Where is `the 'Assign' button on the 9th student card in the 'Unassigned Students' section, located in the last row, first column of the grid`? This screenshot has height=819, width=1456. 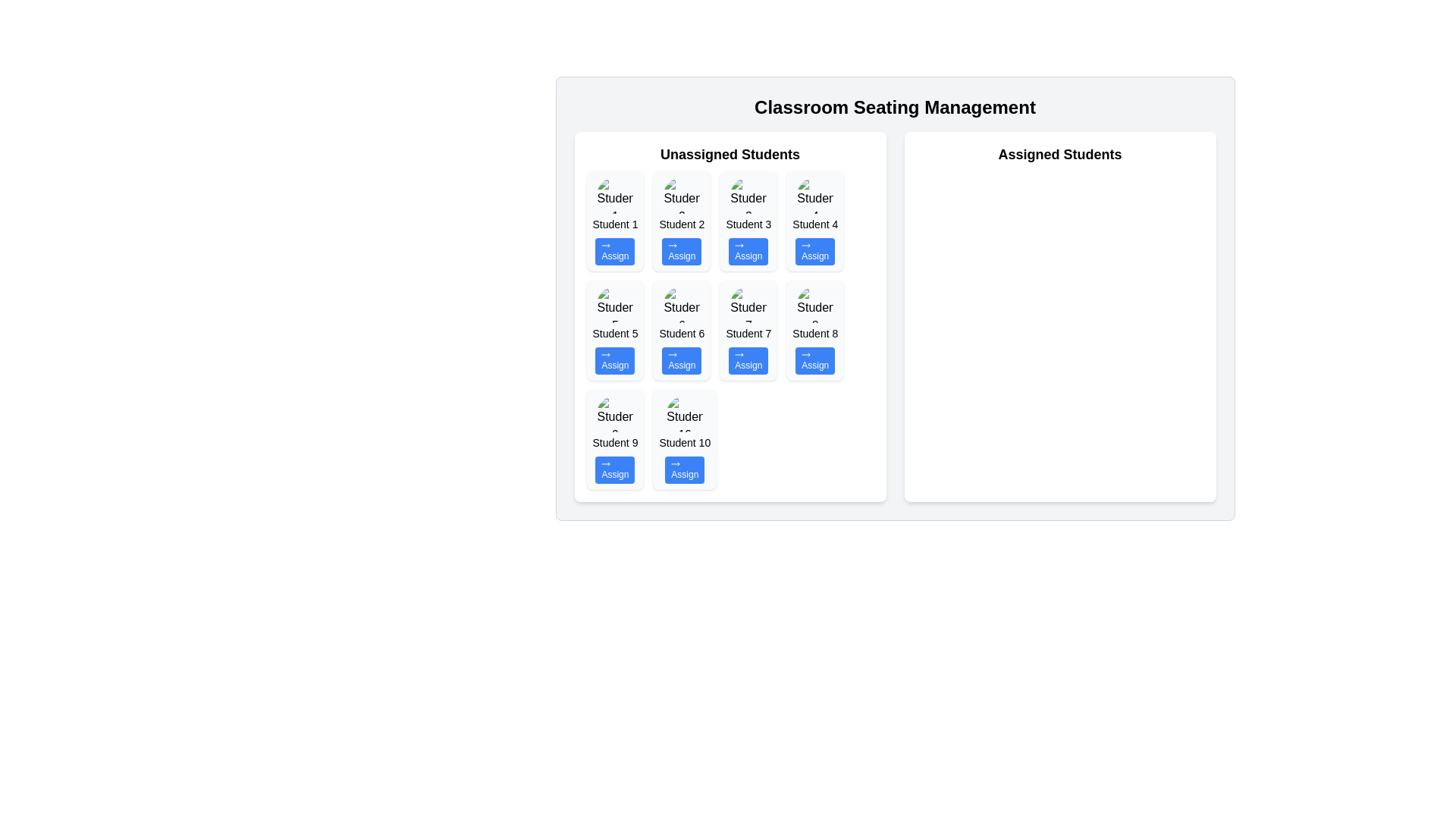
the 'Assign' button on the 9th student card in the 'Unassigned Students' section, located in the last row, first column of the grid is located at coordinates (615, 439).